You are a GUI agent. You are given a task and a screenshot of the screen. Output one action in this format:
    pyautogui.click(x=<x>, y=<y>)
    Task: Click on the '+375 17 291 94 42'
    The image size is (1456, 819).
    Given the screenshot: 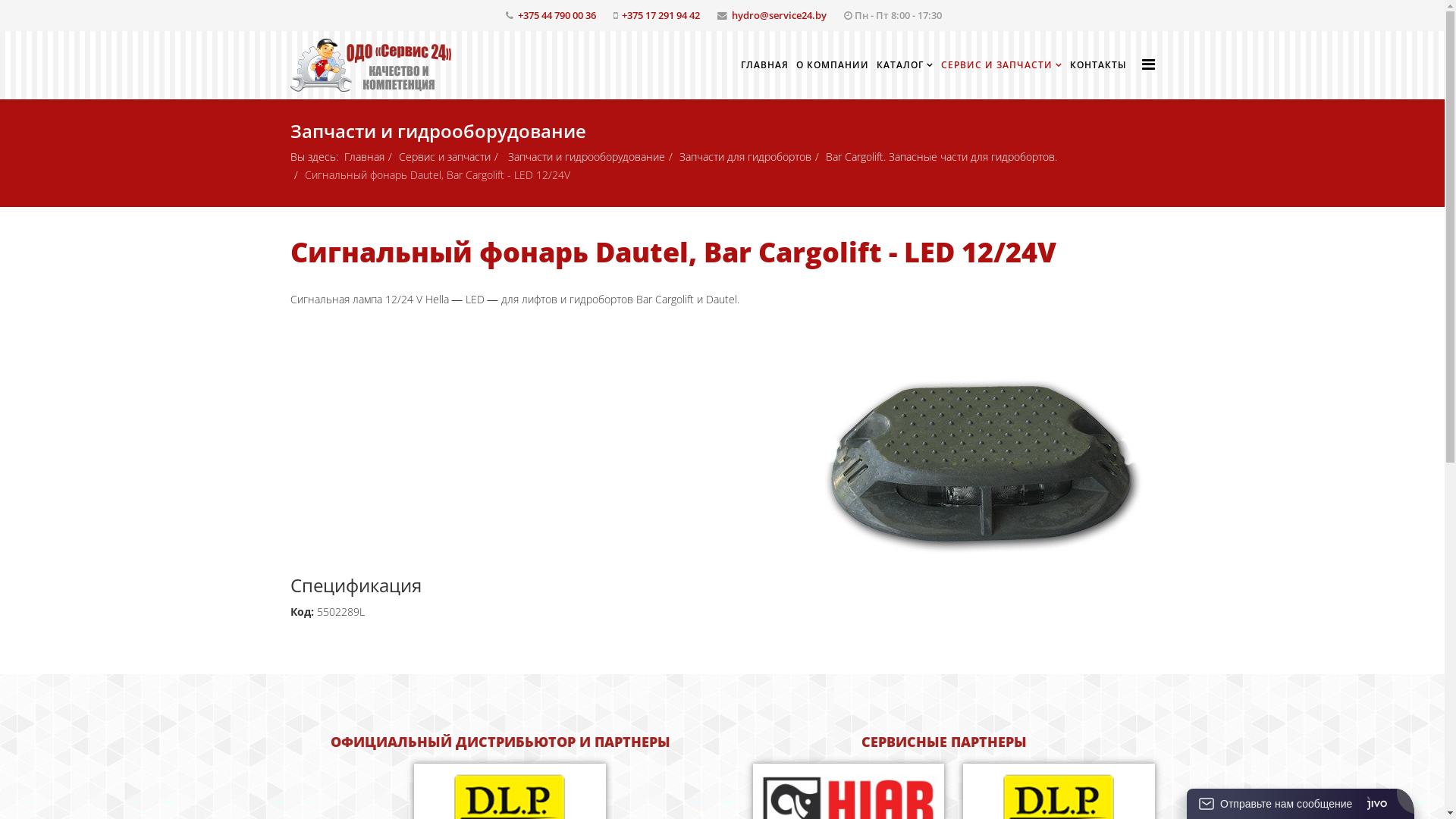 What is the action you would take?
    pyautogui.click(x=661, y=15)
    